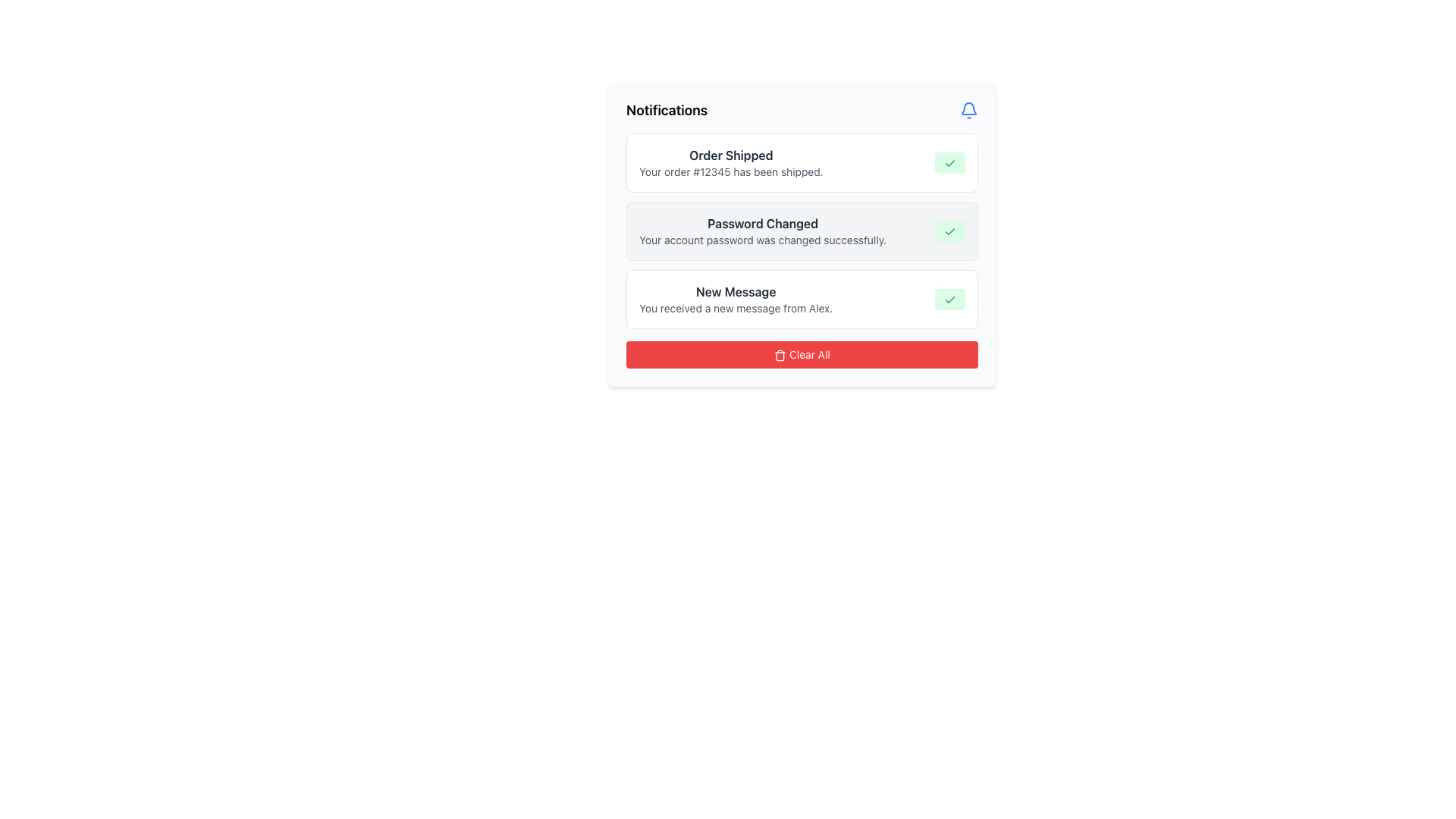  What do you see at coordinates (801, 234) in the screenshot?
I see `the second notification item that informs the user about their account password being successfully changed` at bounding box center [801, 234].